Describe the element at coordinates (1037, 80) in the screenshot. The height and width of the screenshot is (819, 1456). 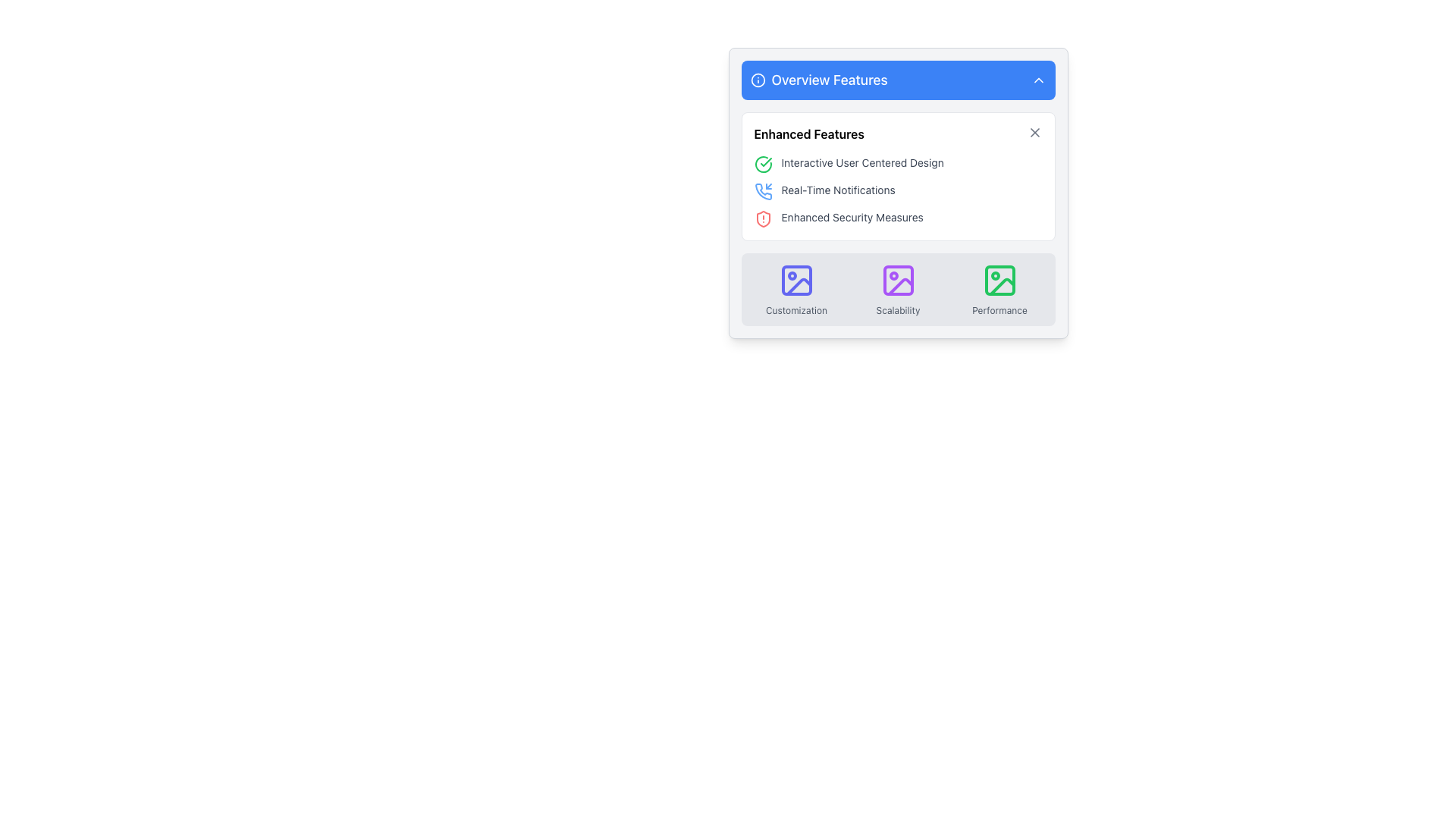
I see `the Chevron Down icon located in the top-right corner of the blue header bar labeled 'Overview Features'` at that location.